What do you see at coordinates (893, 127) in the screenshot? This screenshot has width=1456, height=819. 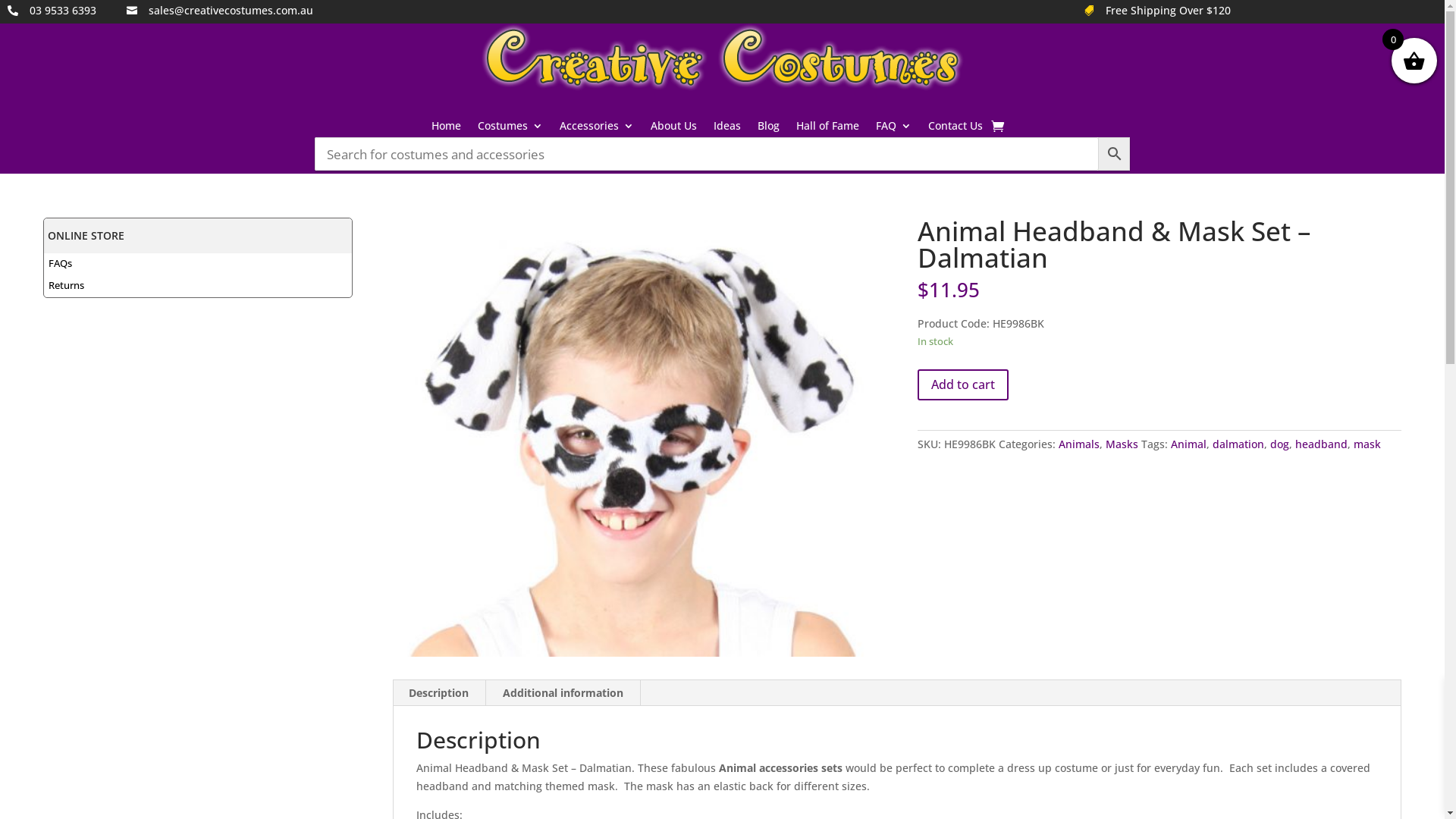 I see `'FAQ'` at bounding box center [893, 127].